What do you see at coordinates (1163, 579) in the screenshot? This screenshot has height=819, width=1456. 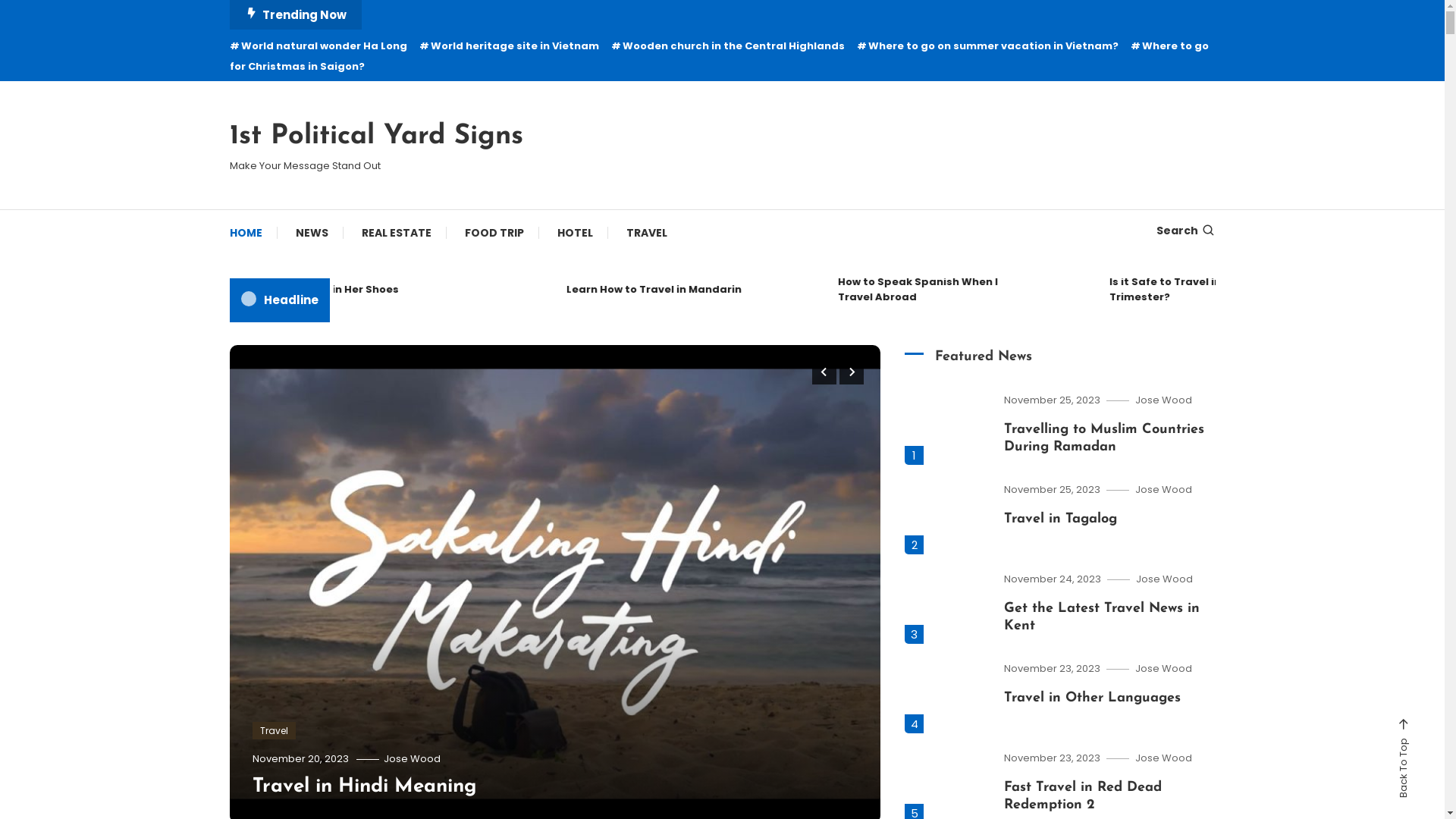 I see `'Jose Wood'` at bounding box center [1163, 579].